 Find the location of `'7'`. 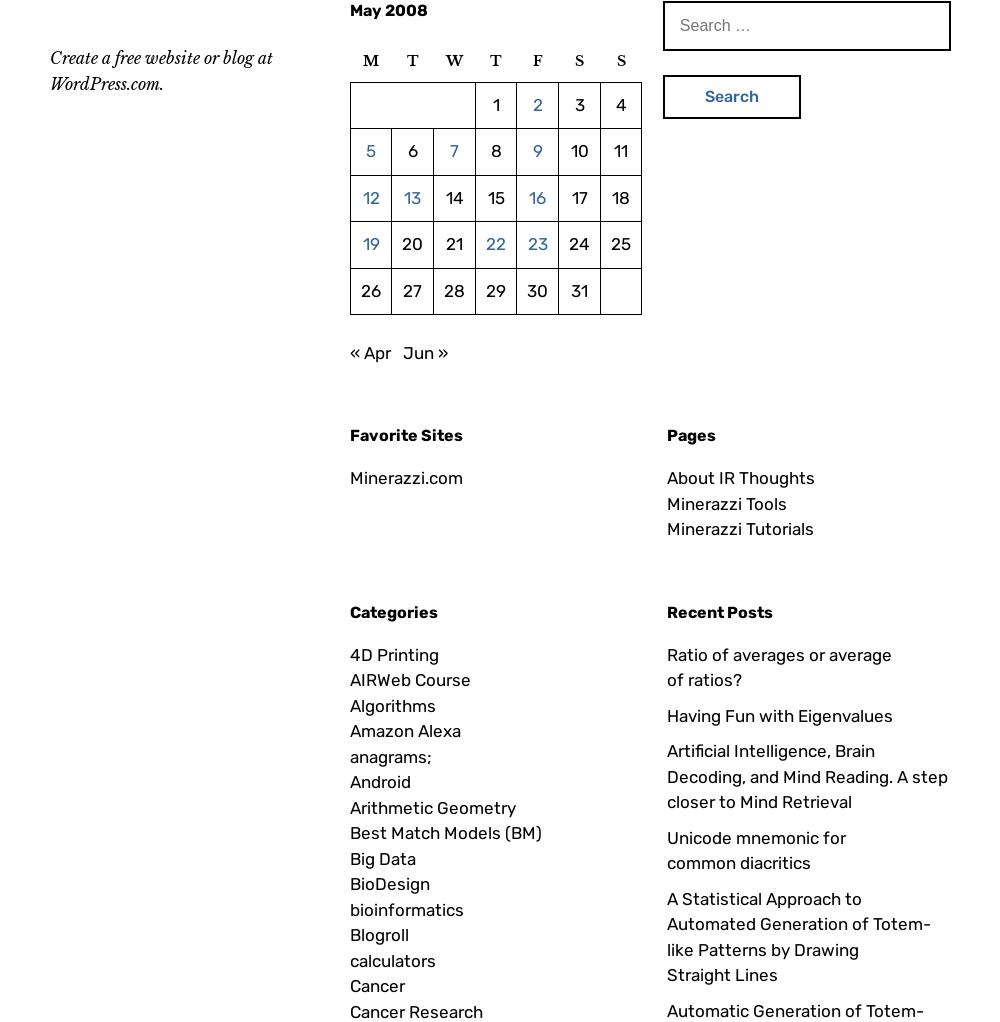

'7' is located at coordinates (453, 149).